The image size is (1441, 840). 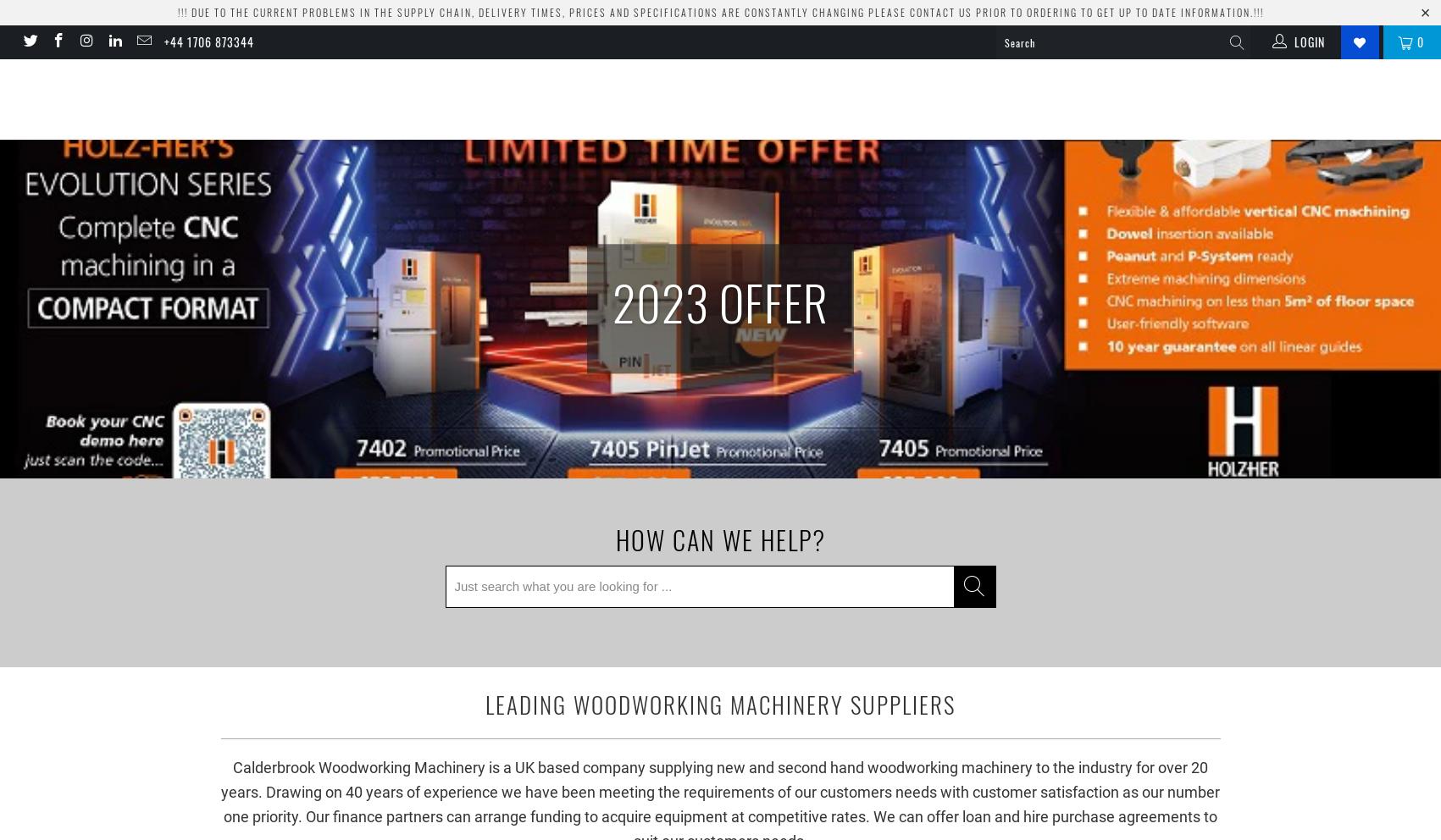 I want to click on 'I-Make', so click(x=1221, y=97).